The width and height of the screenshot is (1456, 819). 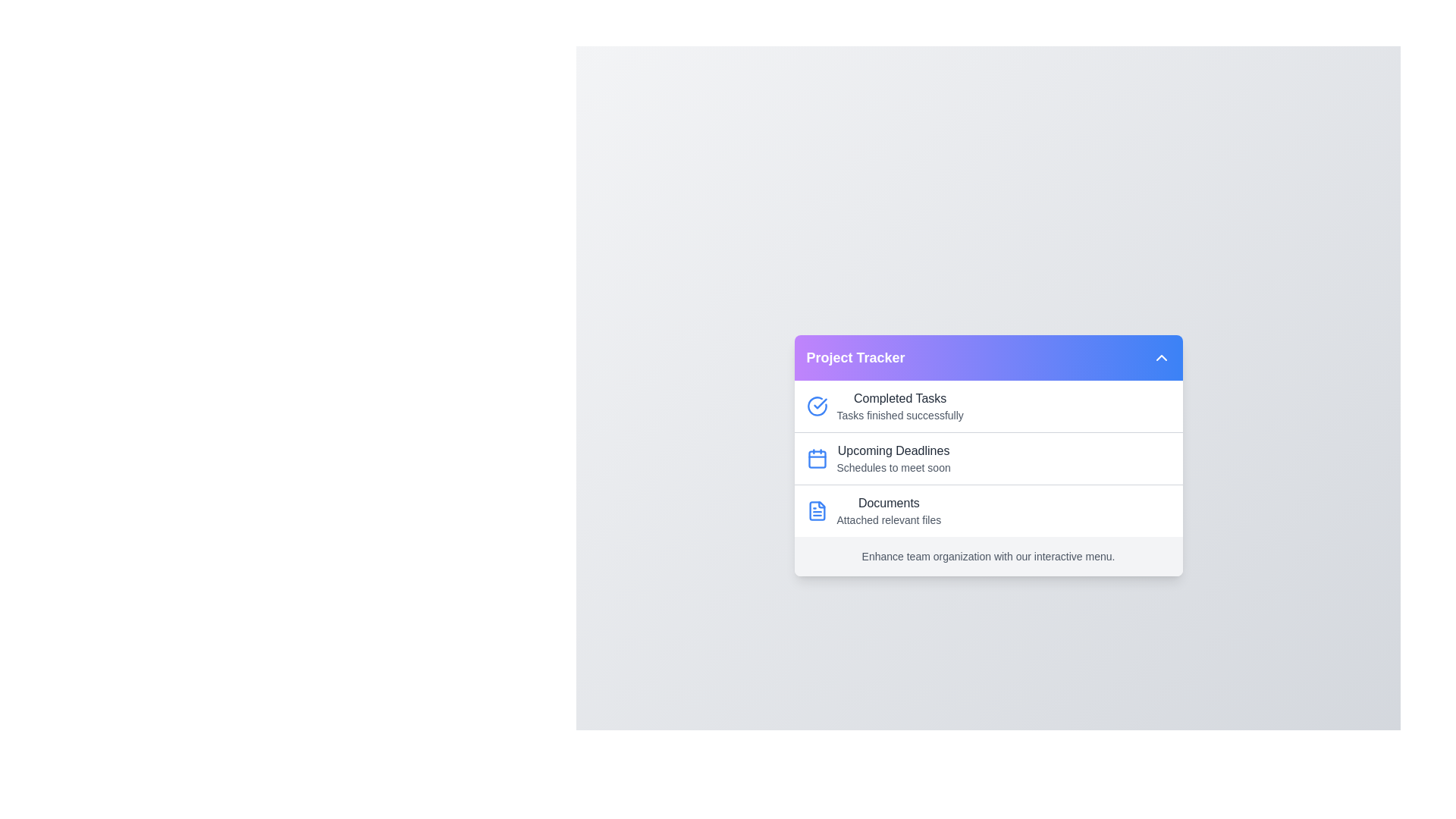 What do you see at coordinates (816, 511) in the screenshot?
I see `the icon associated with Documents` at bounding box center [816, 511].